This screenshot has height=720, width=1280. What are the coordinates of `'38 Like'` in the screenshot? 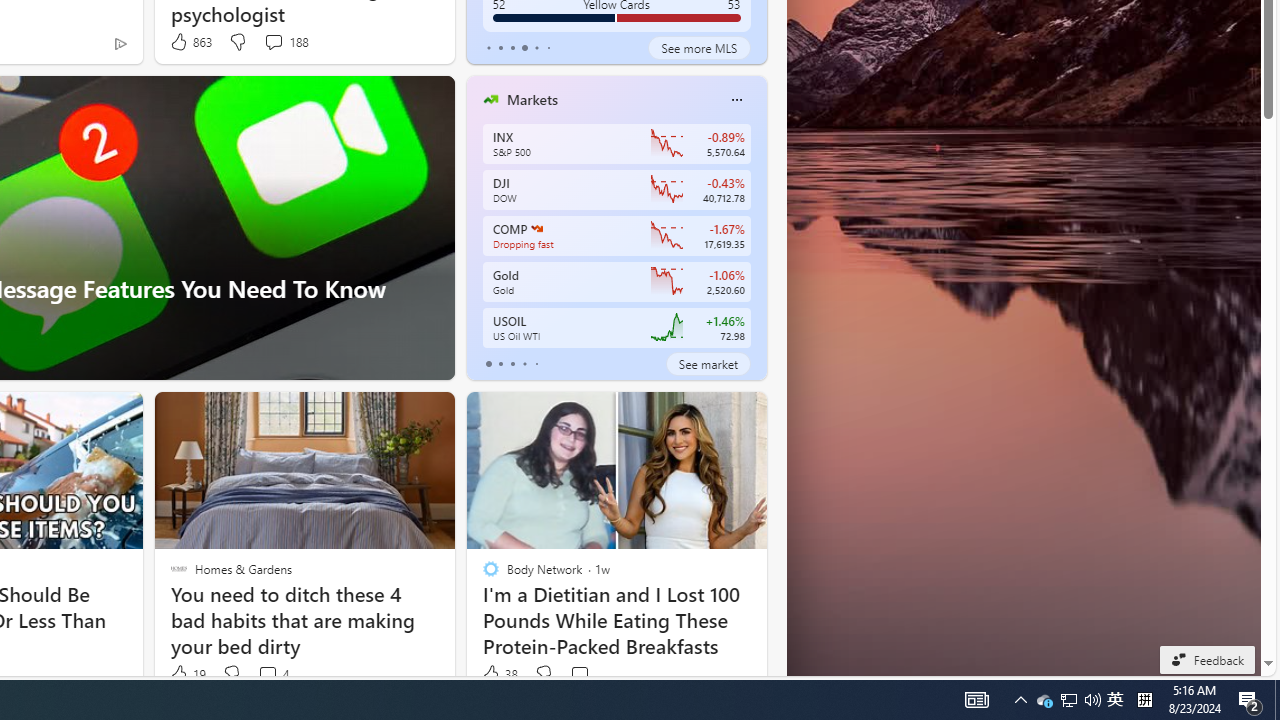 It's located at (499, 674).